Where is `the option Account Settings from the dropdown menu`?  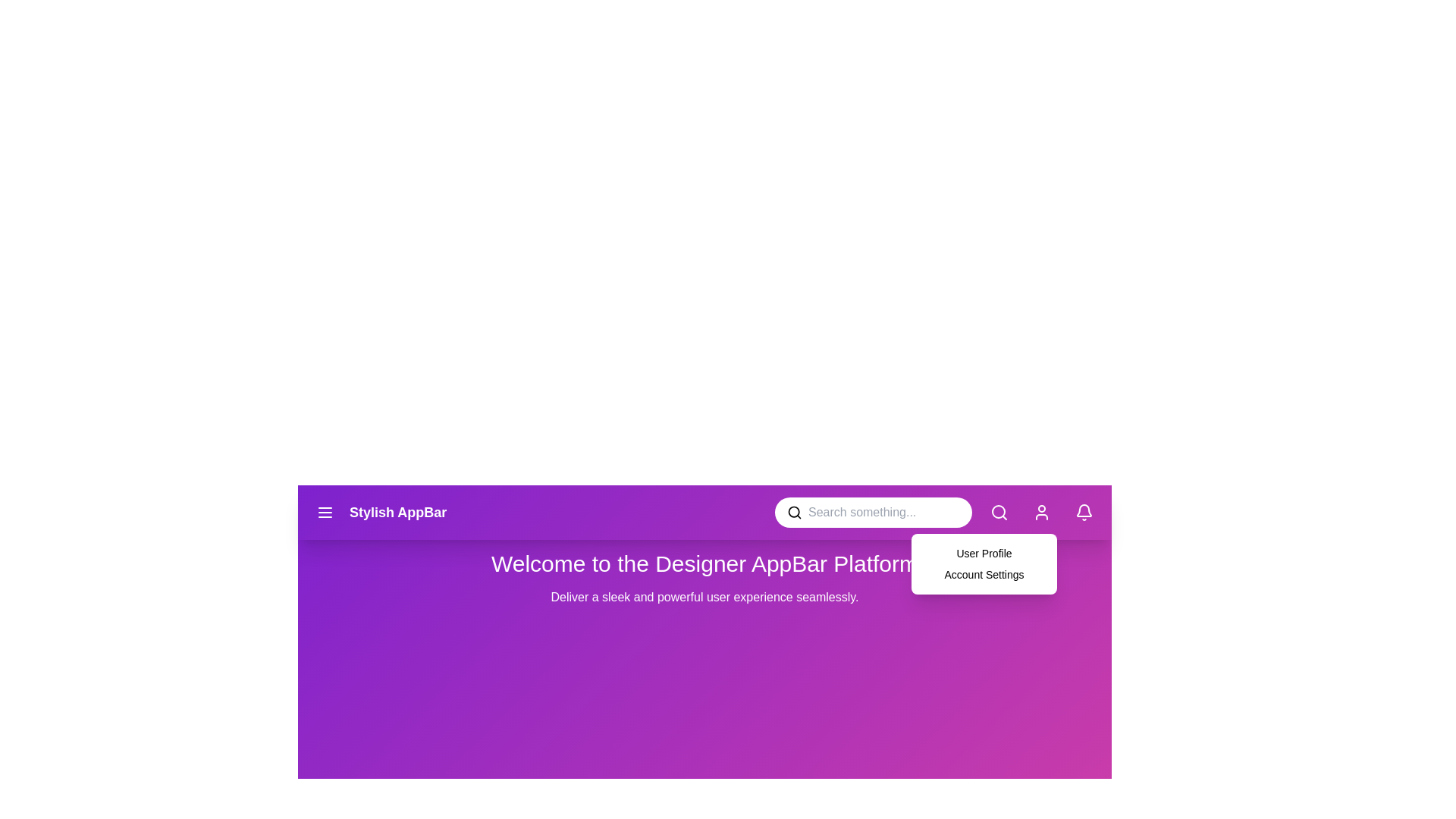 the option Account Settings from the dropdown menu is located at coordinates (923, 575).